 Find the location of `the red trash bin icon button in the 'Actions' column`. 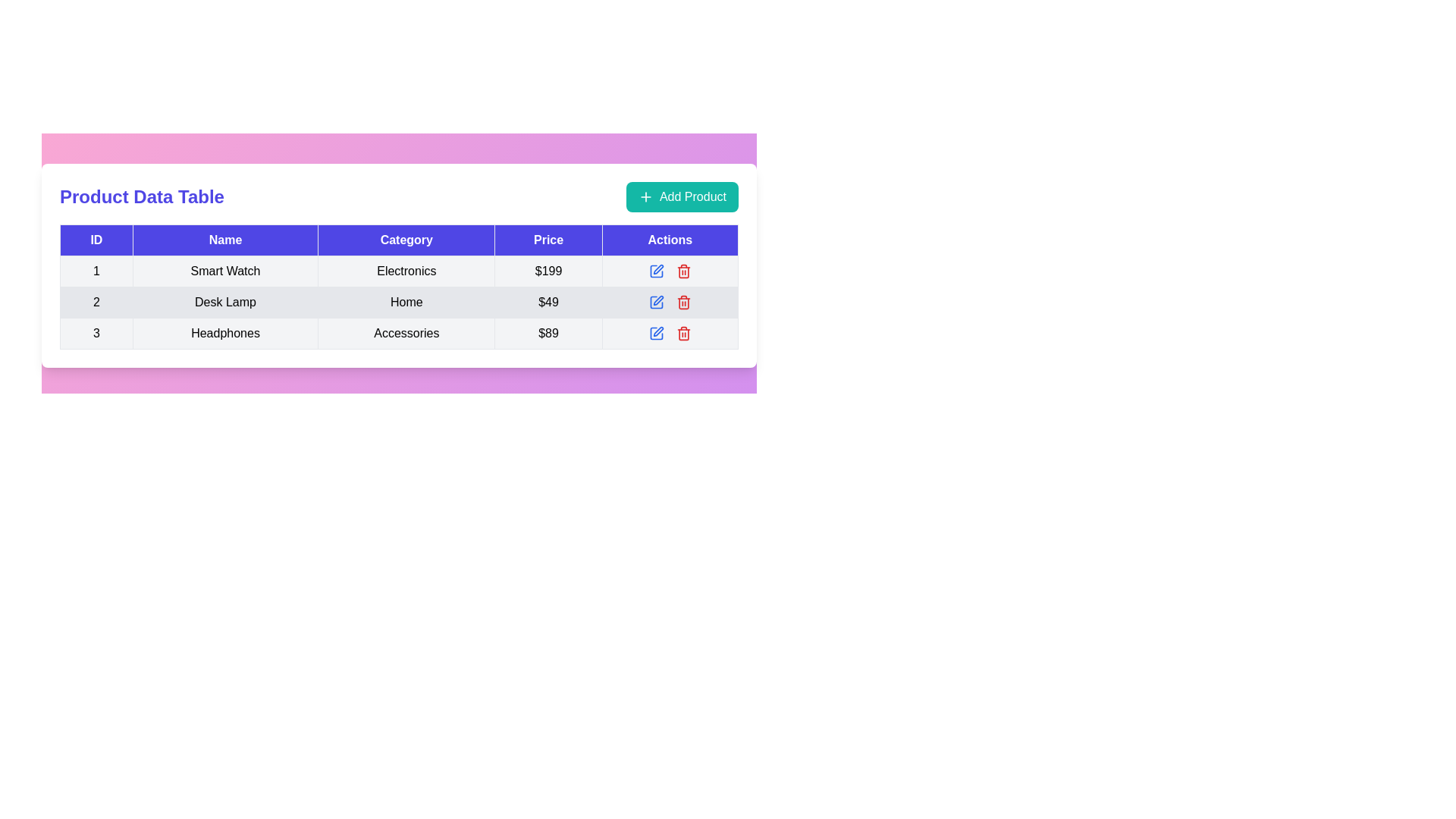

the red trash bin icon button in the 'Actions' column is located at coordinates (682, 271).